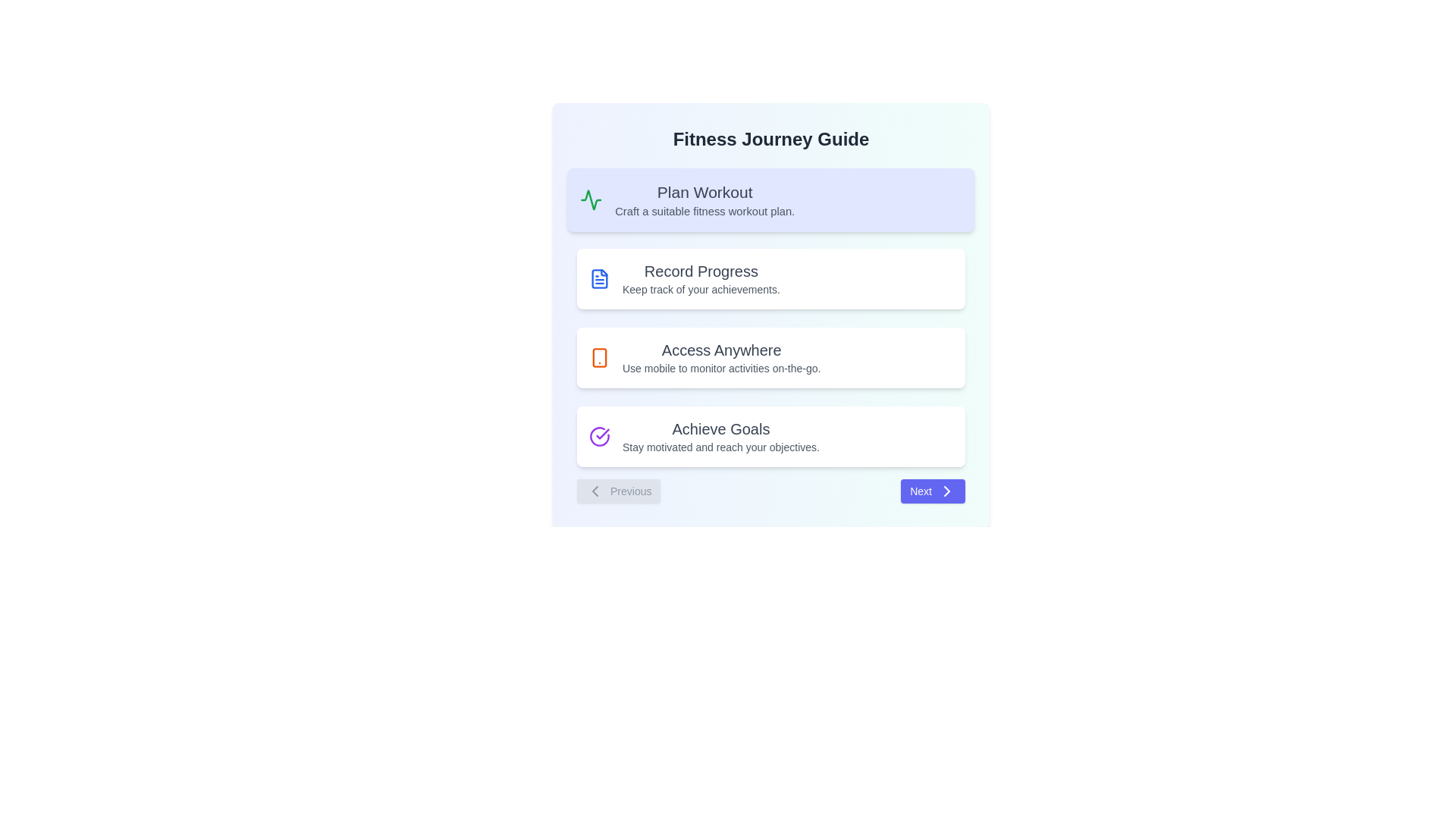 This screenshot has width=1456, height=819. What do you see at coordinates (720, 436) in the screenshot?
I see `the textual content element that conveys information about achieving goals and staying motivated, located in the bottom-most card of the vertical stack` at bounding box center [720, 436].